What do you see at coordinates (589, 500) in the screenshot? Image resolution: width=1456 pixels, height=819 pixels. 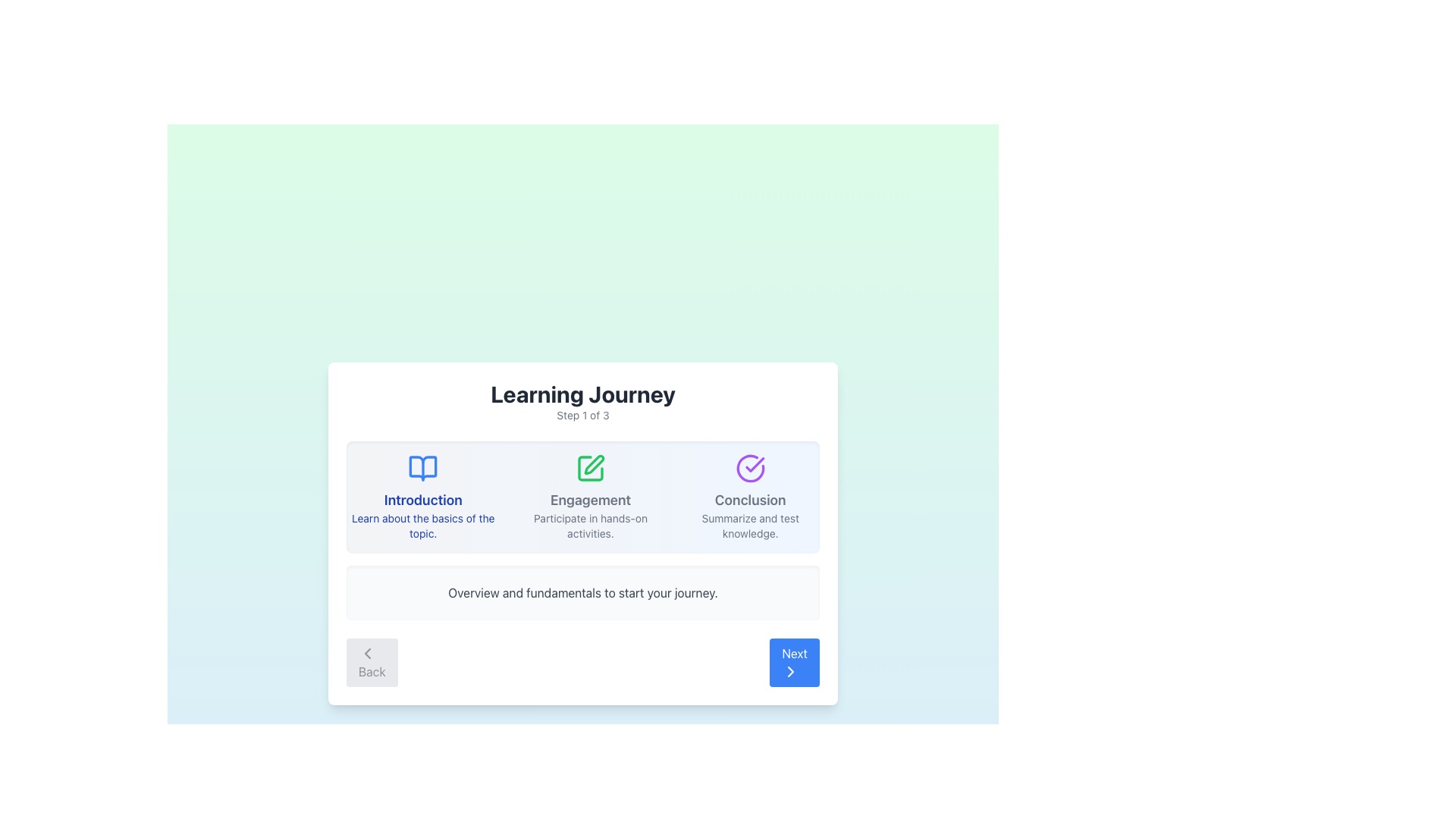 I see `the text label that serves as a header or title for the card section, located below a green pen icon and centrally positioned within the card` at bounding box center [589, 500].